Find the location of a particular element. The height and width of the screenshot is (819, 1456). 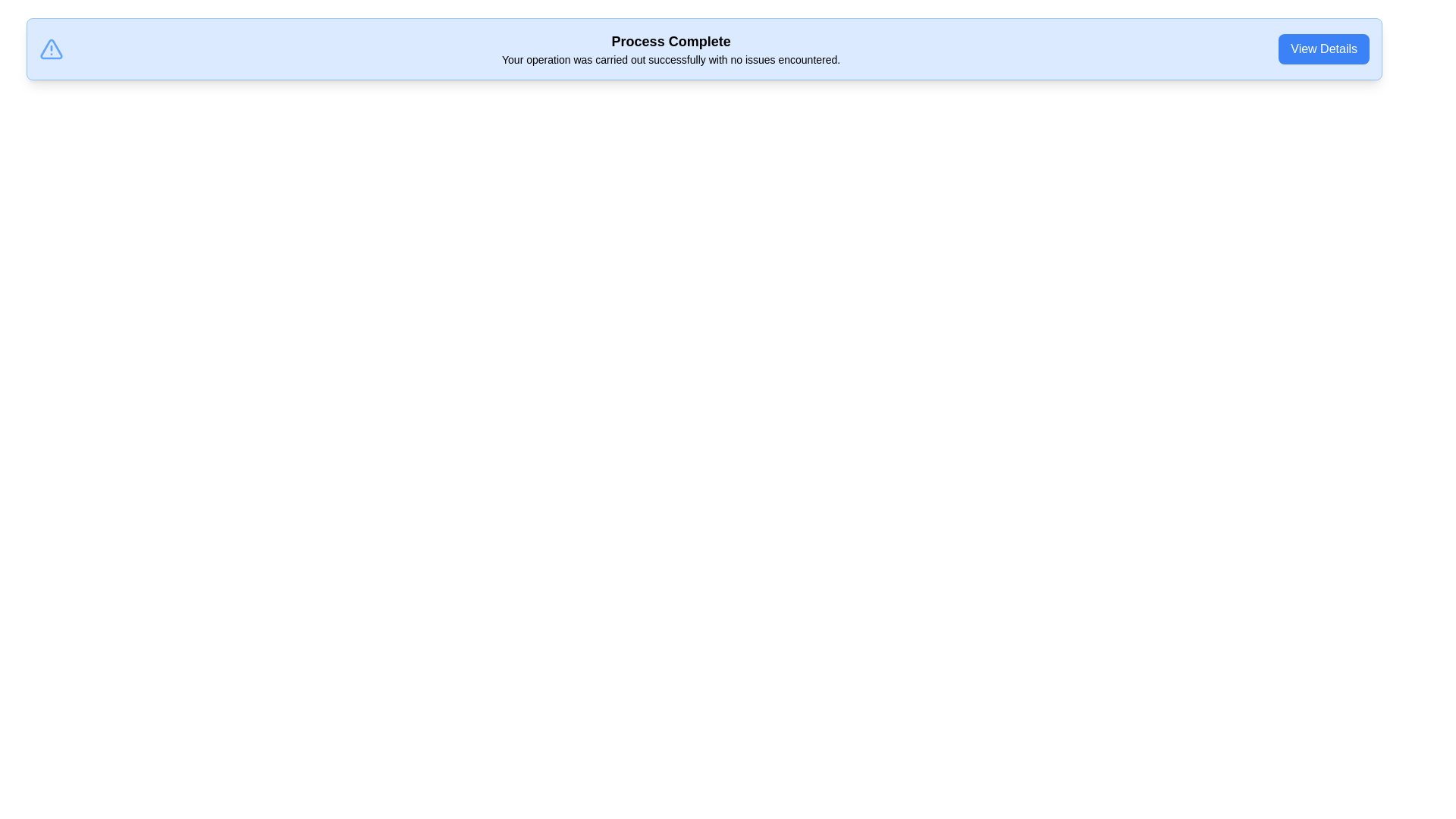

the 'View Details' button to observe the hover effect is located at coordinates (1323, 49).